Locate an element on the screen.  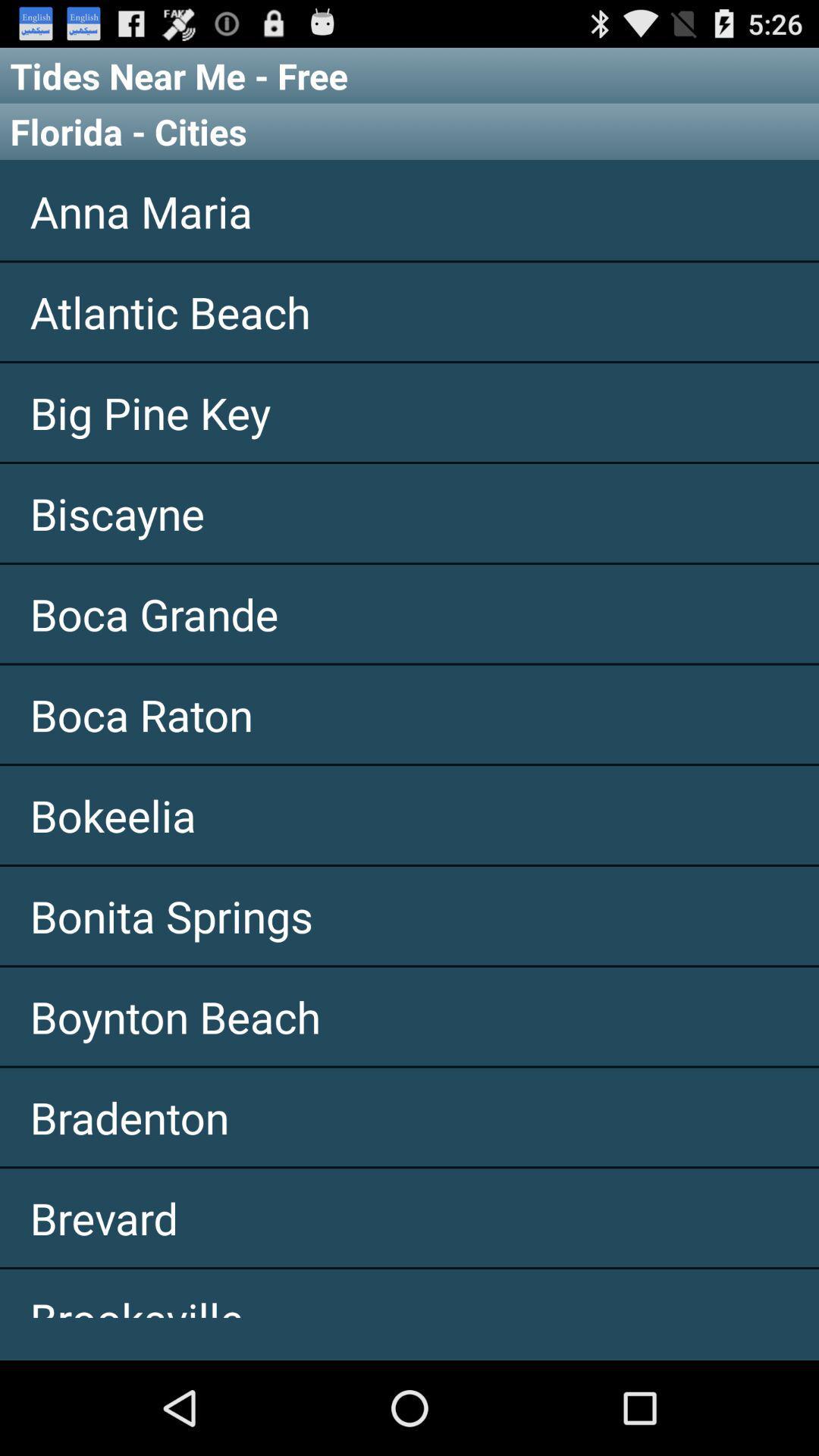
bonita springs is located at coordinates (409, 915).